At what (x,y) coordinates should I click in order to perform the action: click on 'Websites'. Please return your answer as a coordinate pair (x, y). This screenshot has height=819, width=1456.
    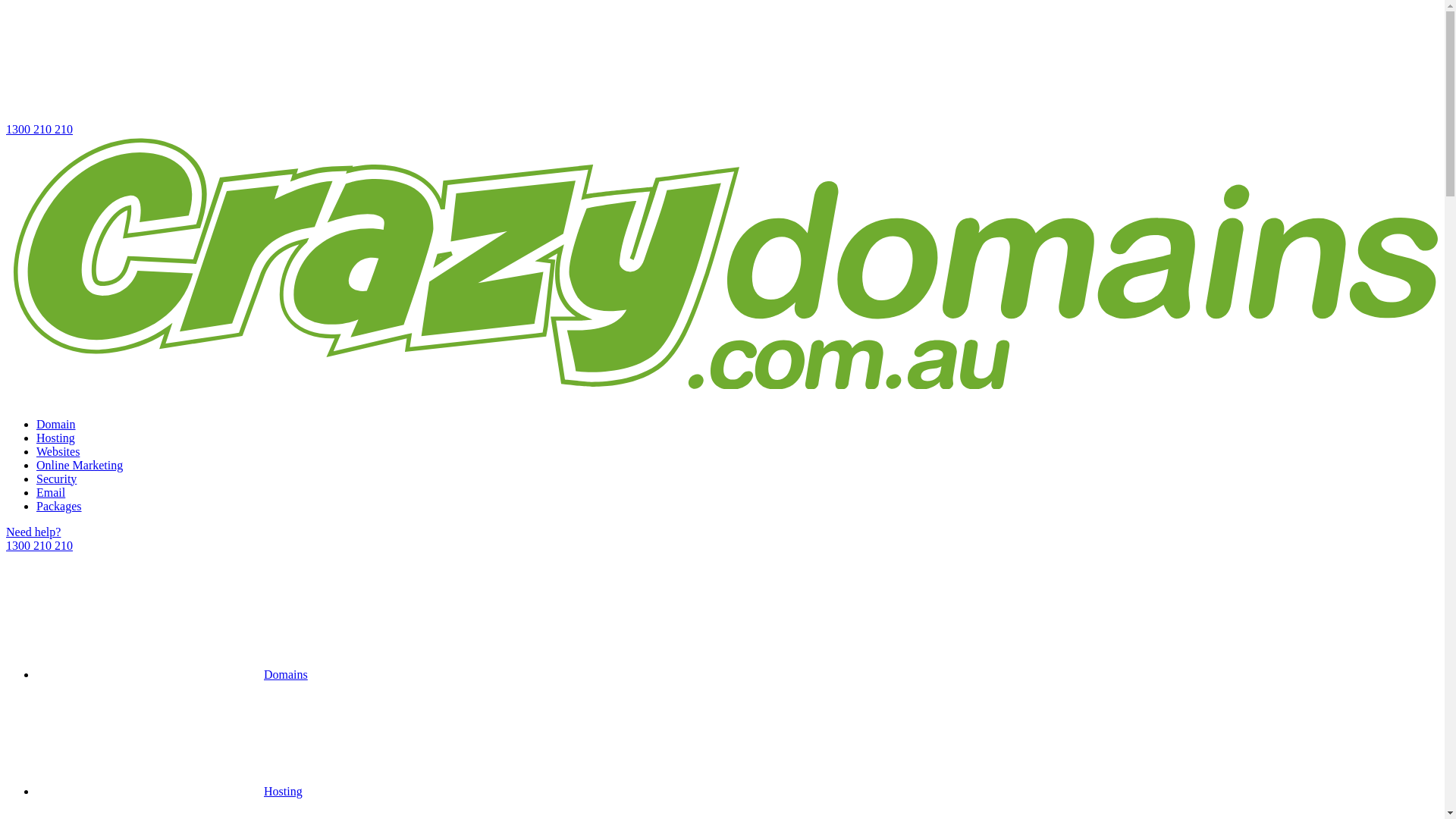
    Looking at the image, I should click on (58, 450).